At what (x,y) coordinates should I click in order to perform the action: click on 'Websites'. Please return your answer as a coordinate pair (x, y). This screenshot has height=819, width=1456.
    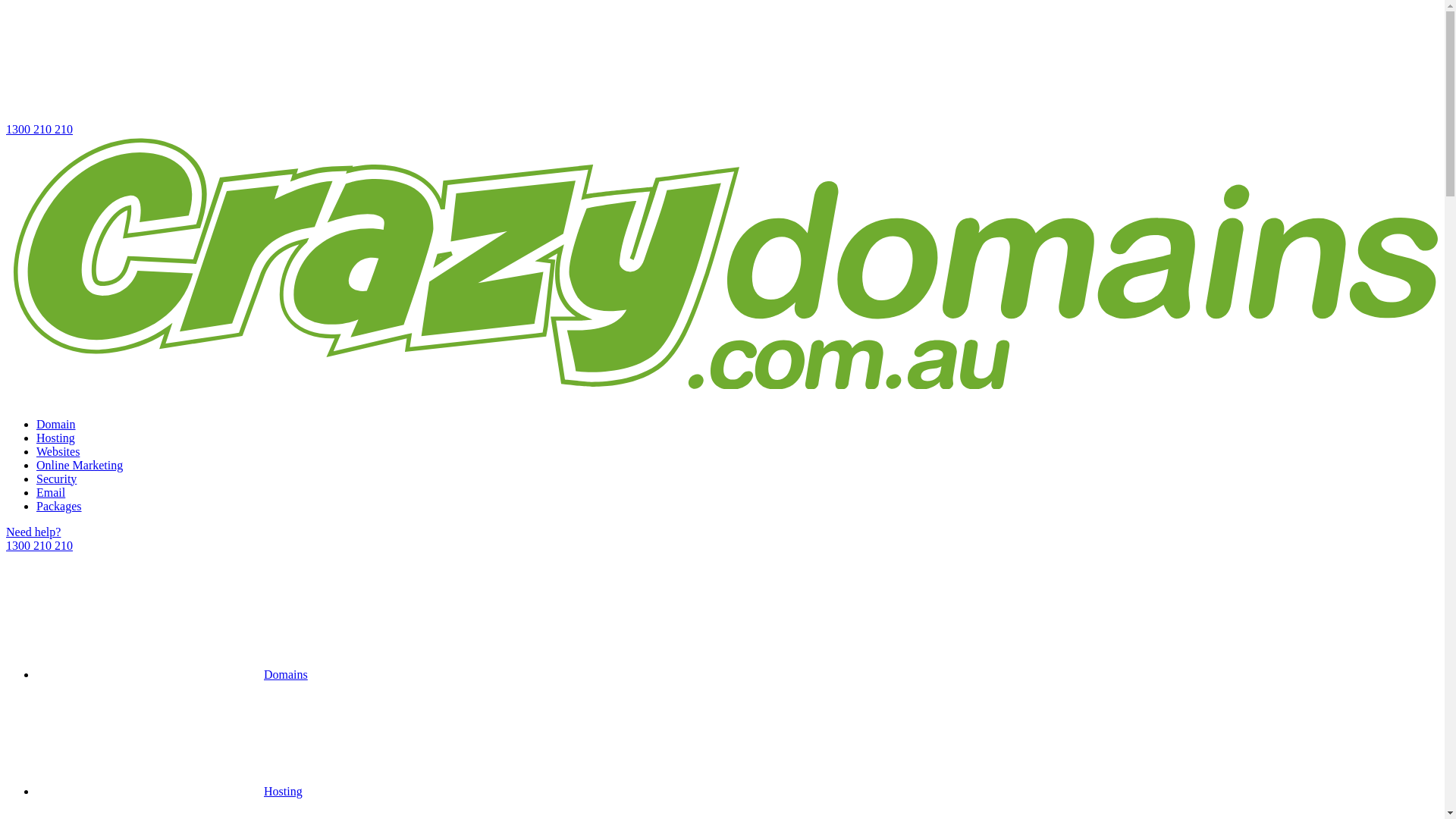
    Looking at the image, I should click on (58, 450).